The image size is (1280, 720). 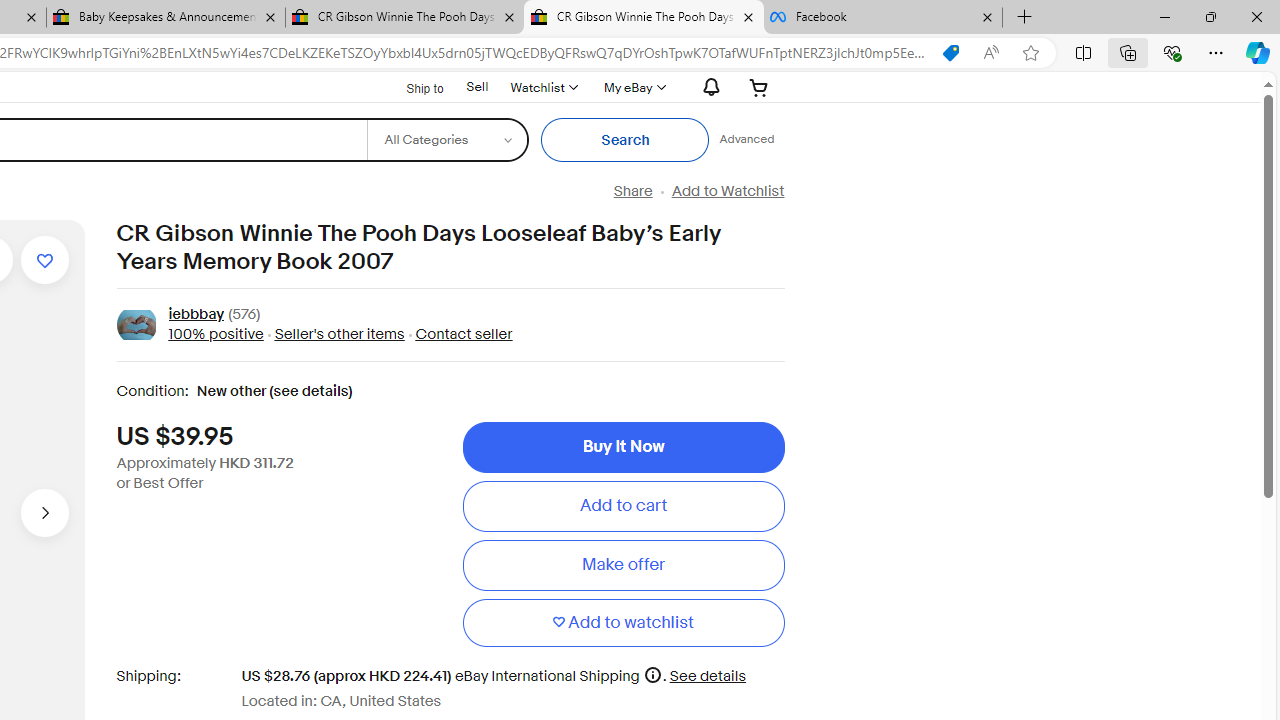 What do you see at coordinates (882, 17) in the screenshot?
I see `'Facebook'` at bounding box center [882, 17].